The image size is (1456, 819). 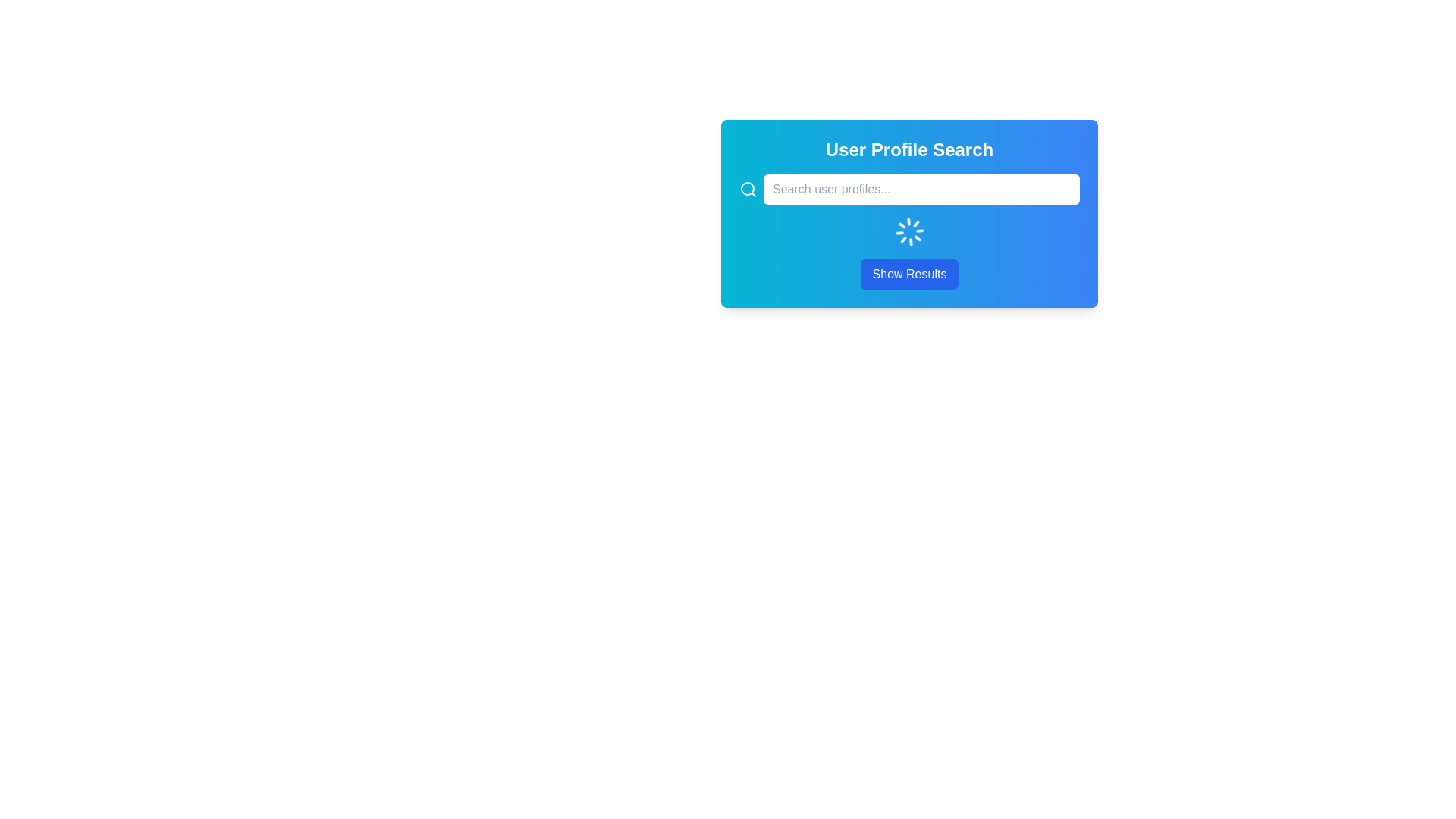 What do you see at coordinates (747, 188) in the screenshot?
I see `the decorative SVG circle element of the search icon located in the top-left corner of the 'User Profile Search' form card` at bounding box center [747, 188].